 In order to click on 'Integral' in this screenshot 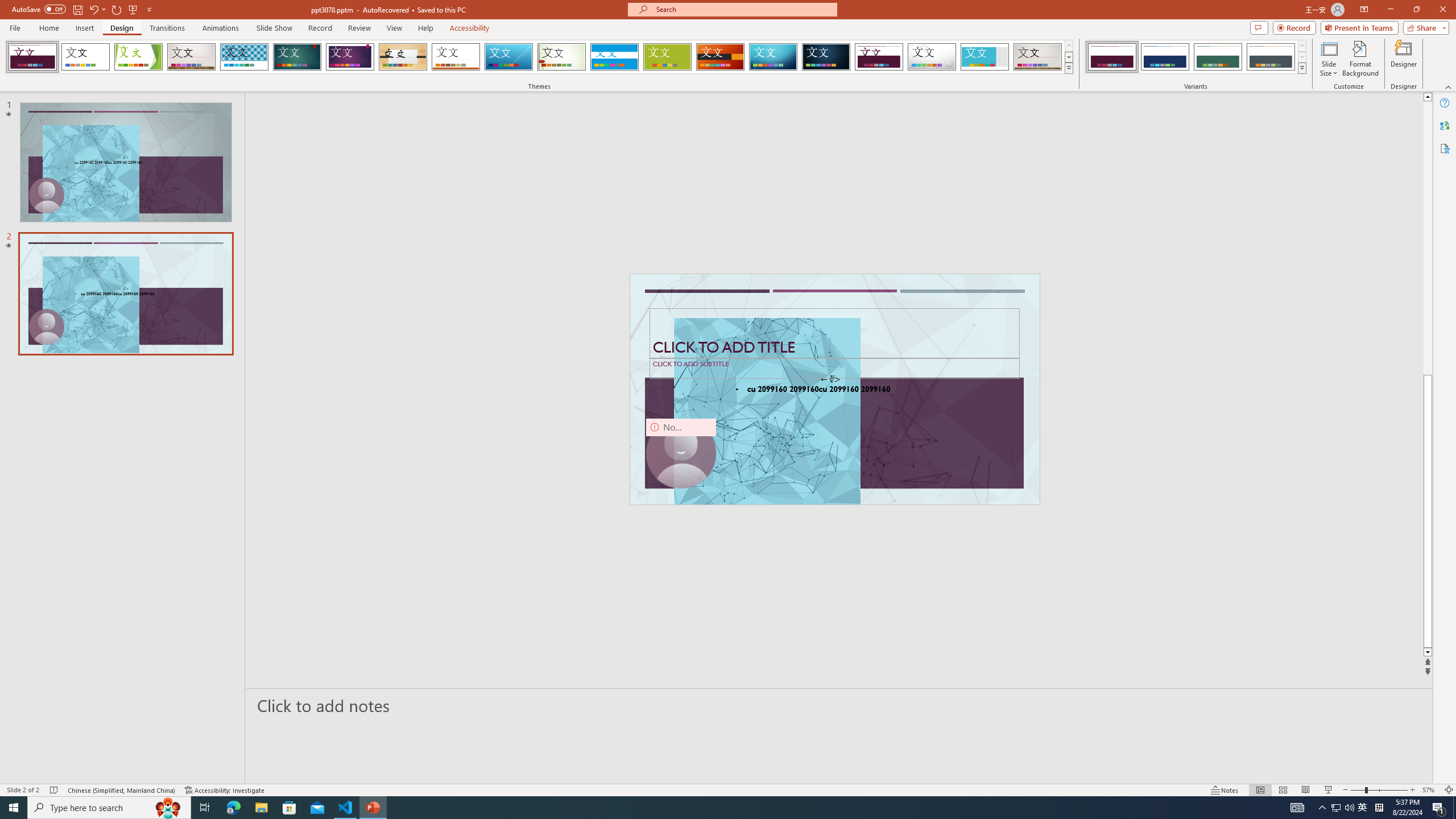, I will do `click(244, 56)`.